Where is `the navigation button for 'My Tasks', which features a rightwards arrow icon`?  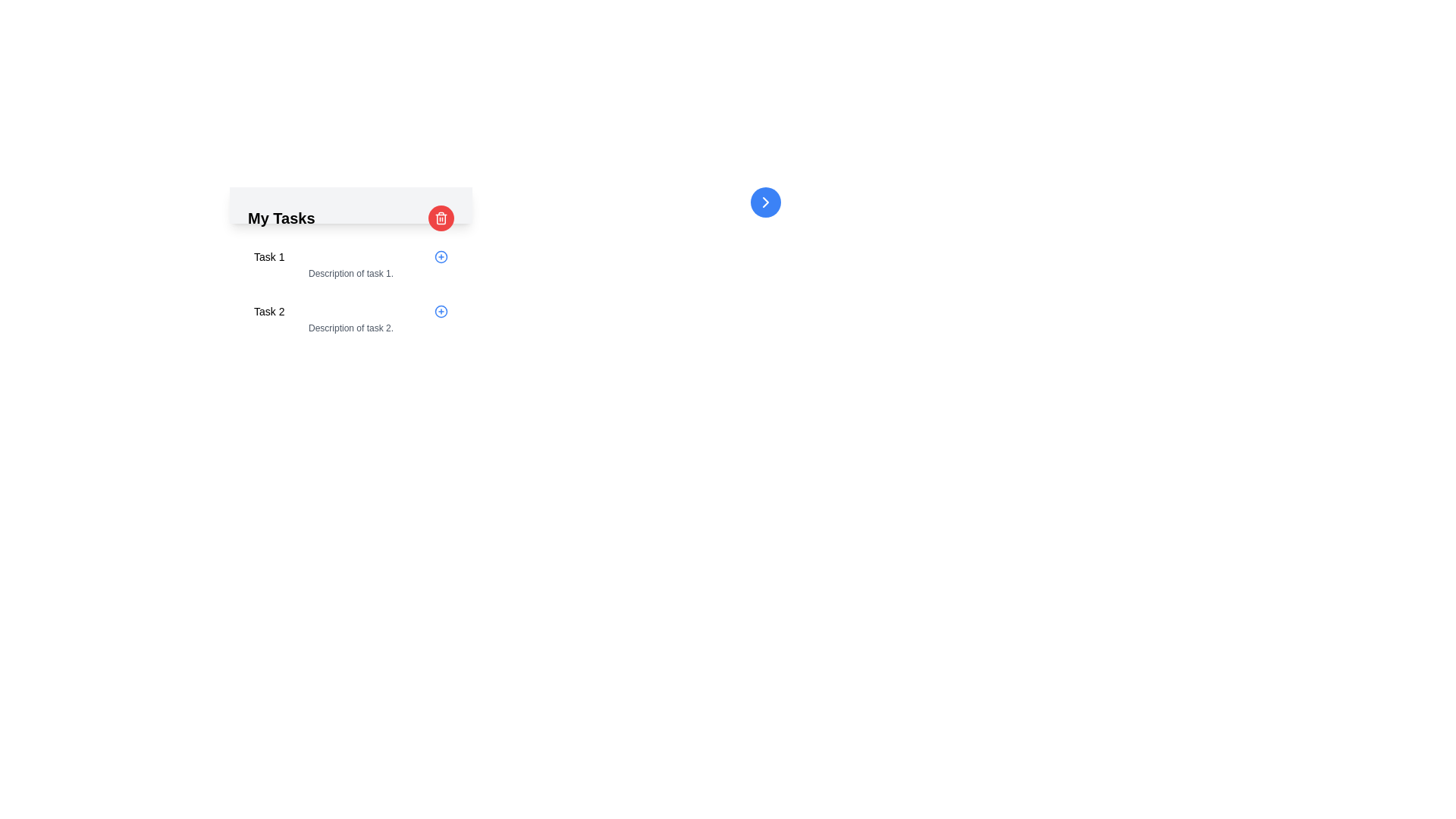 the navigation button for 'My Tasks', which features a rightwards arrow icon is located at coordinates (765, 201).